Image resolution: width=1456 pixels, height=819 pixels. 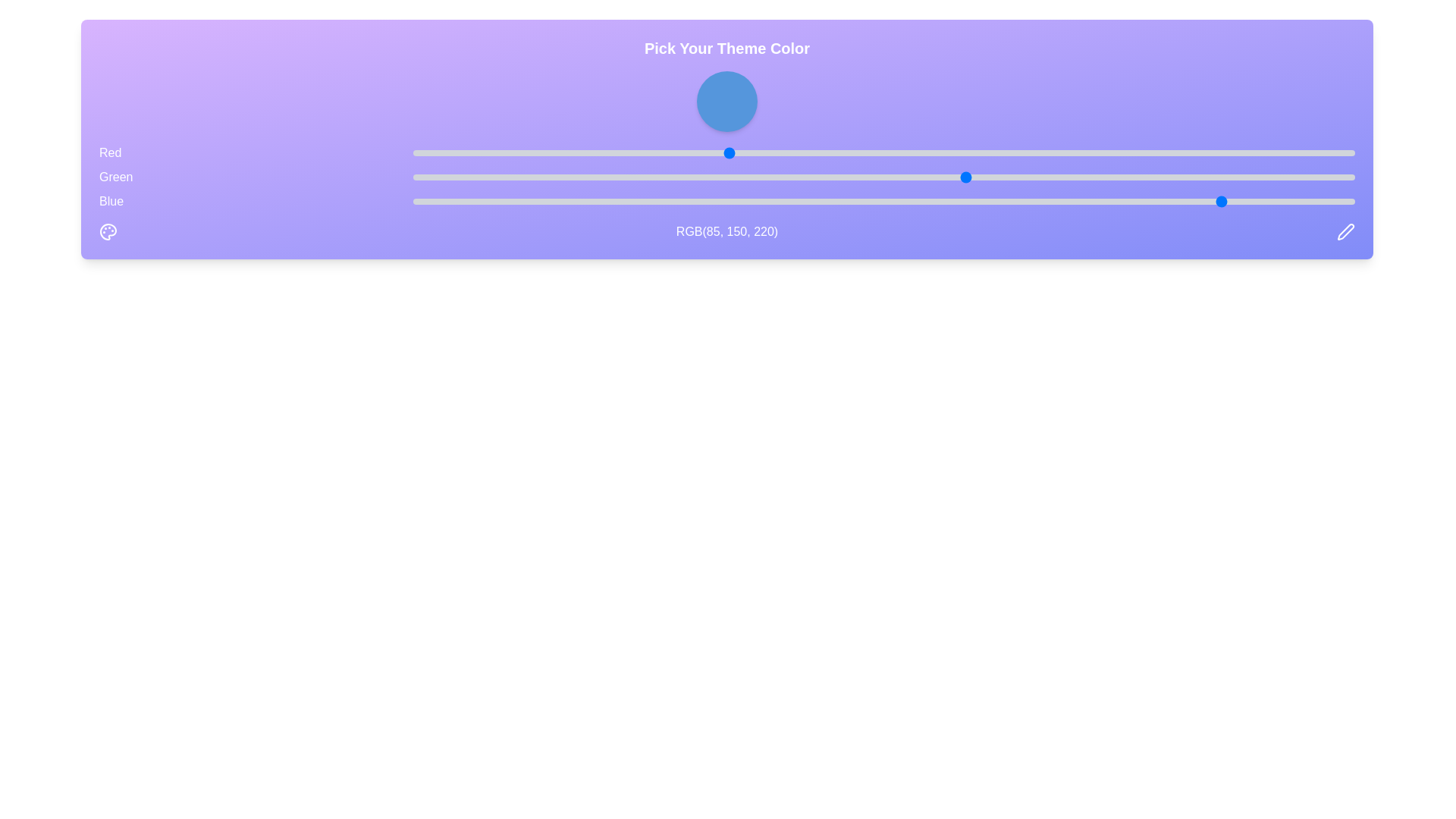 What do you see at coordinates (826, 152) in the screenshot?
I see `the slider's value` at bounding box center [826, 152].